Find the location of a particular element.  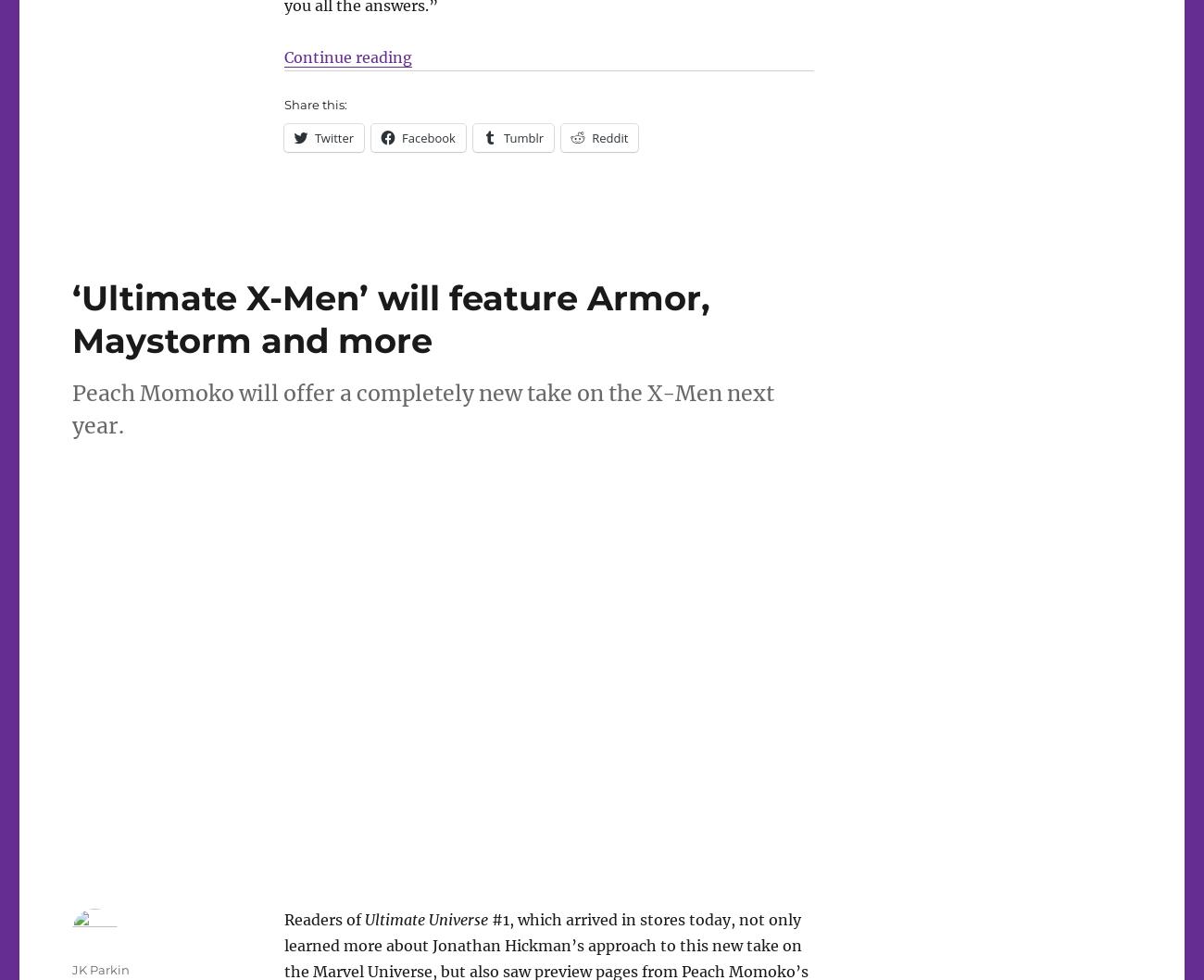

'Ultimate Universe' is located at coordinates (424, 917).